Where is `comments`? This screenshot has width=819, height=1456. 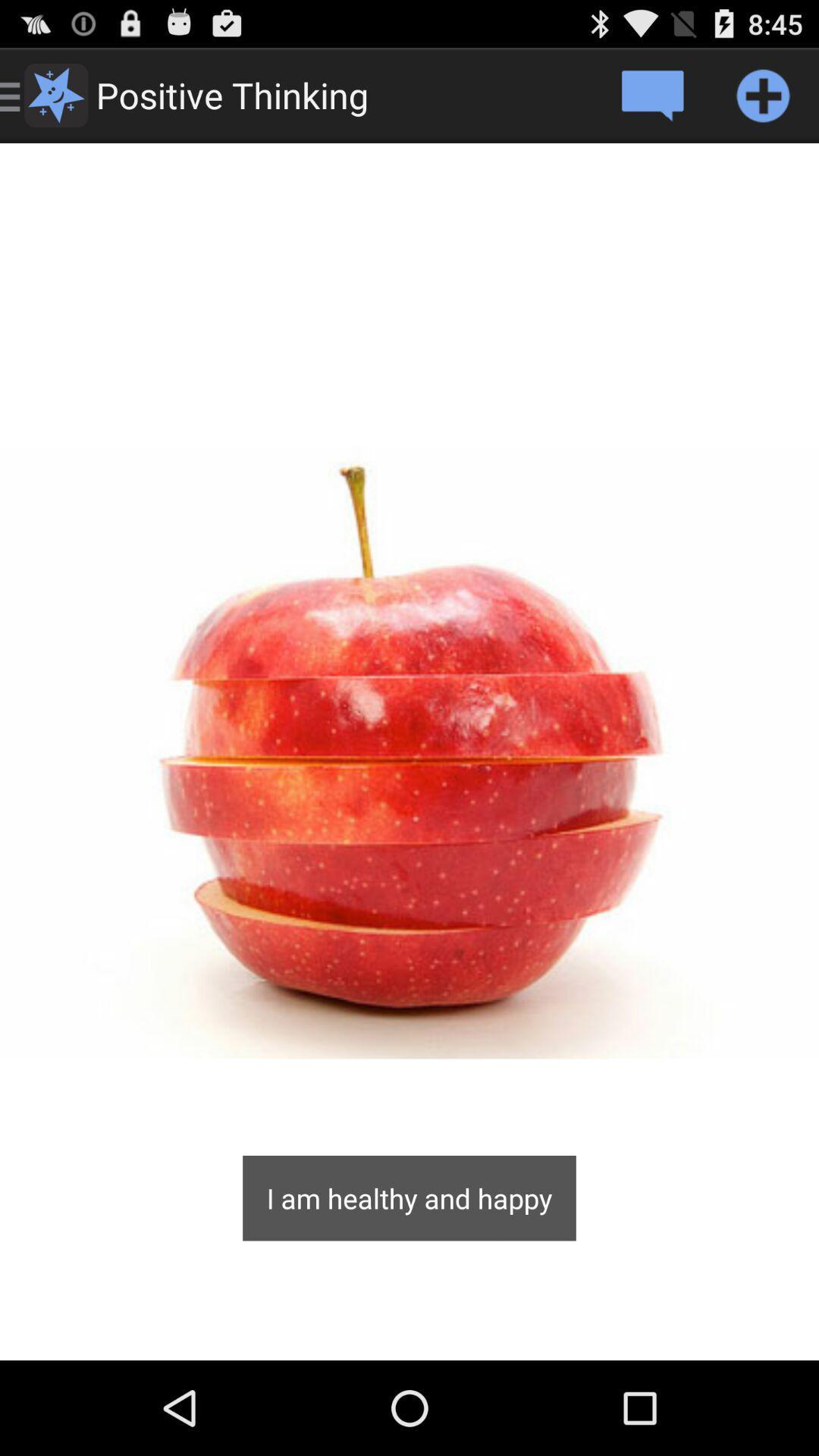 comments is located at coordinates (651, 94).